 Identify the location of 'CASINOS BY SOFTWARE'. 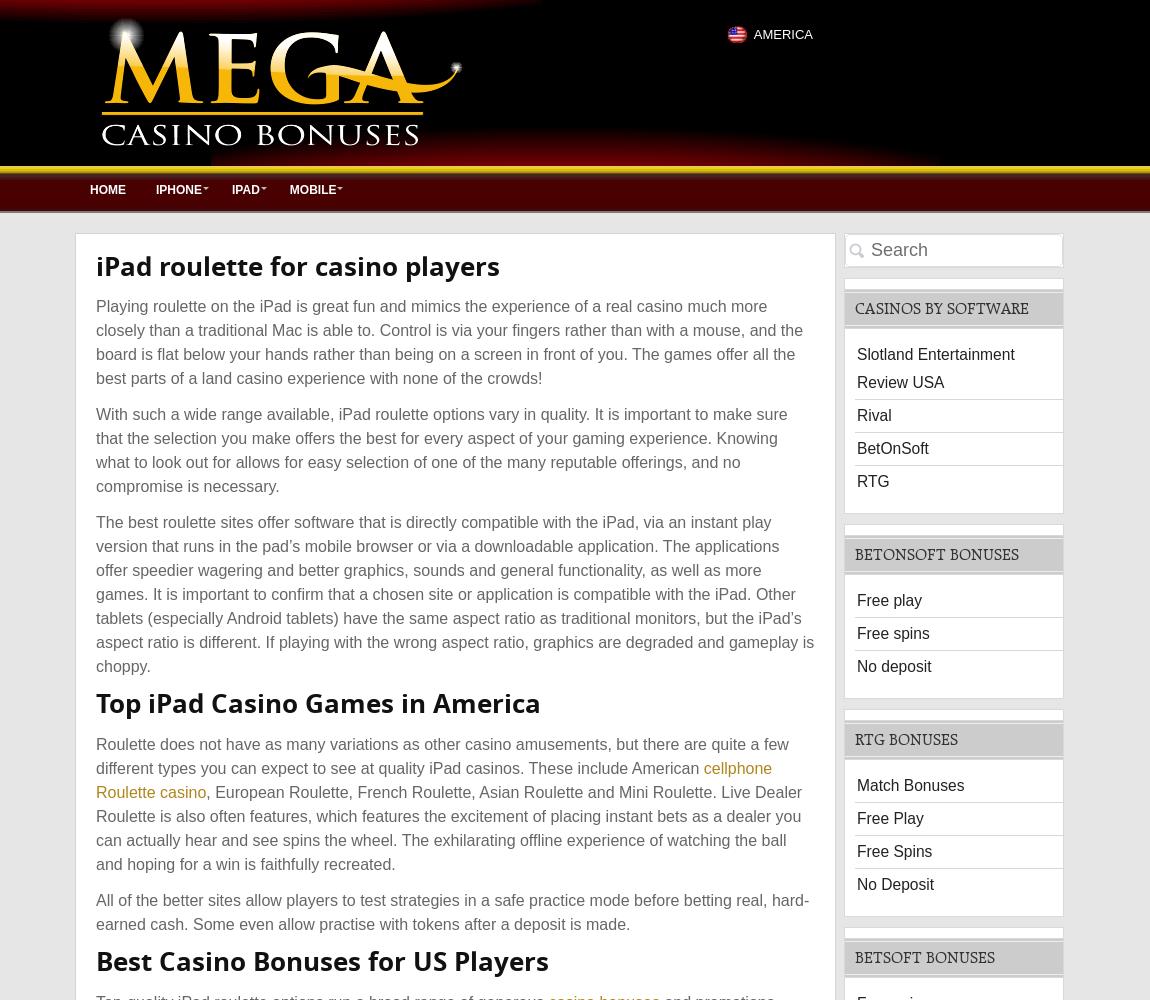
(941, 307).